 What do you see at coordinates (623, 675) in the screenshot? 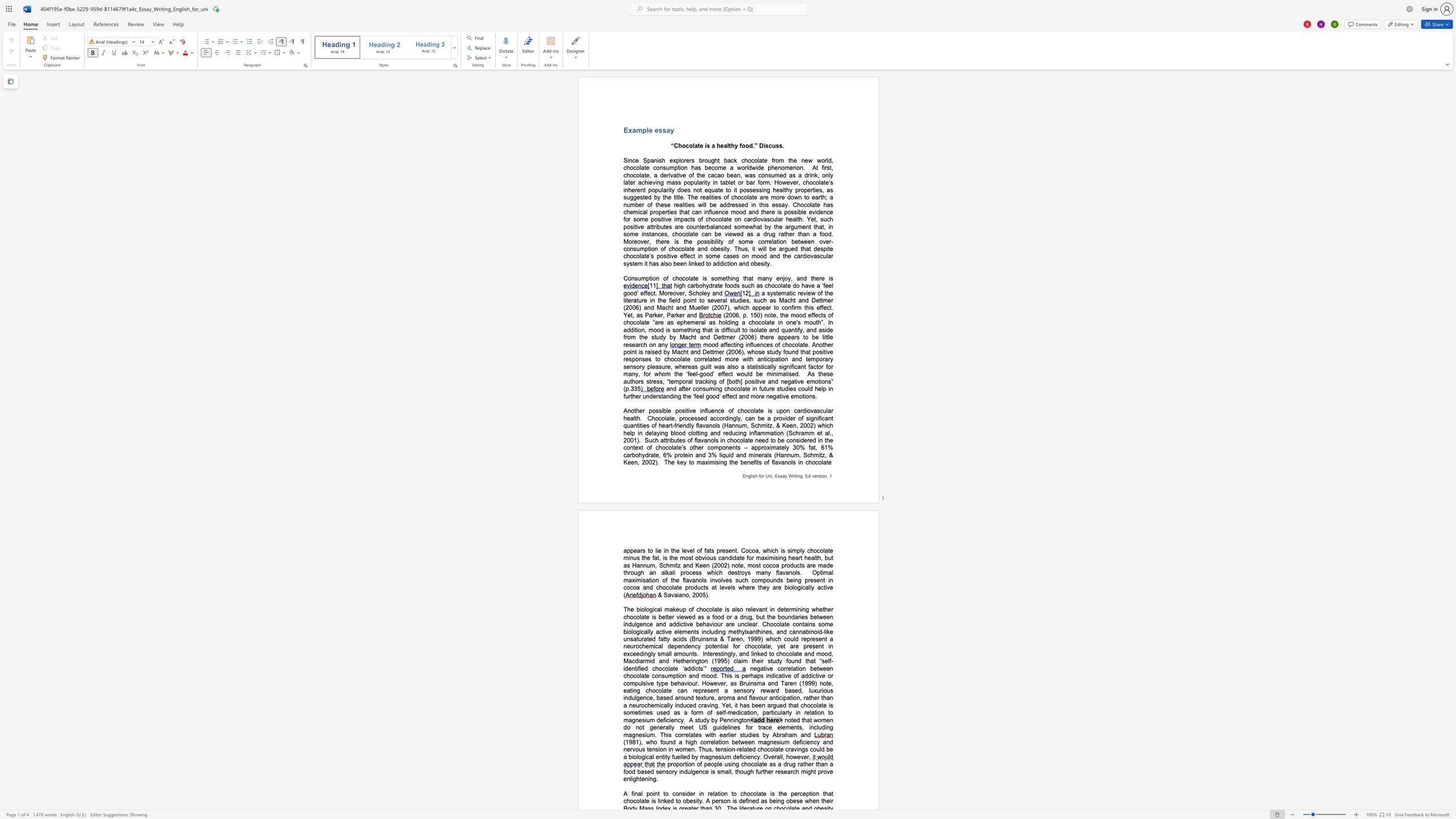
I see `the subset text "chocol" within the text "negative correlation between chocolate consumption and mood. This is"` at bounding box center [623, 675].